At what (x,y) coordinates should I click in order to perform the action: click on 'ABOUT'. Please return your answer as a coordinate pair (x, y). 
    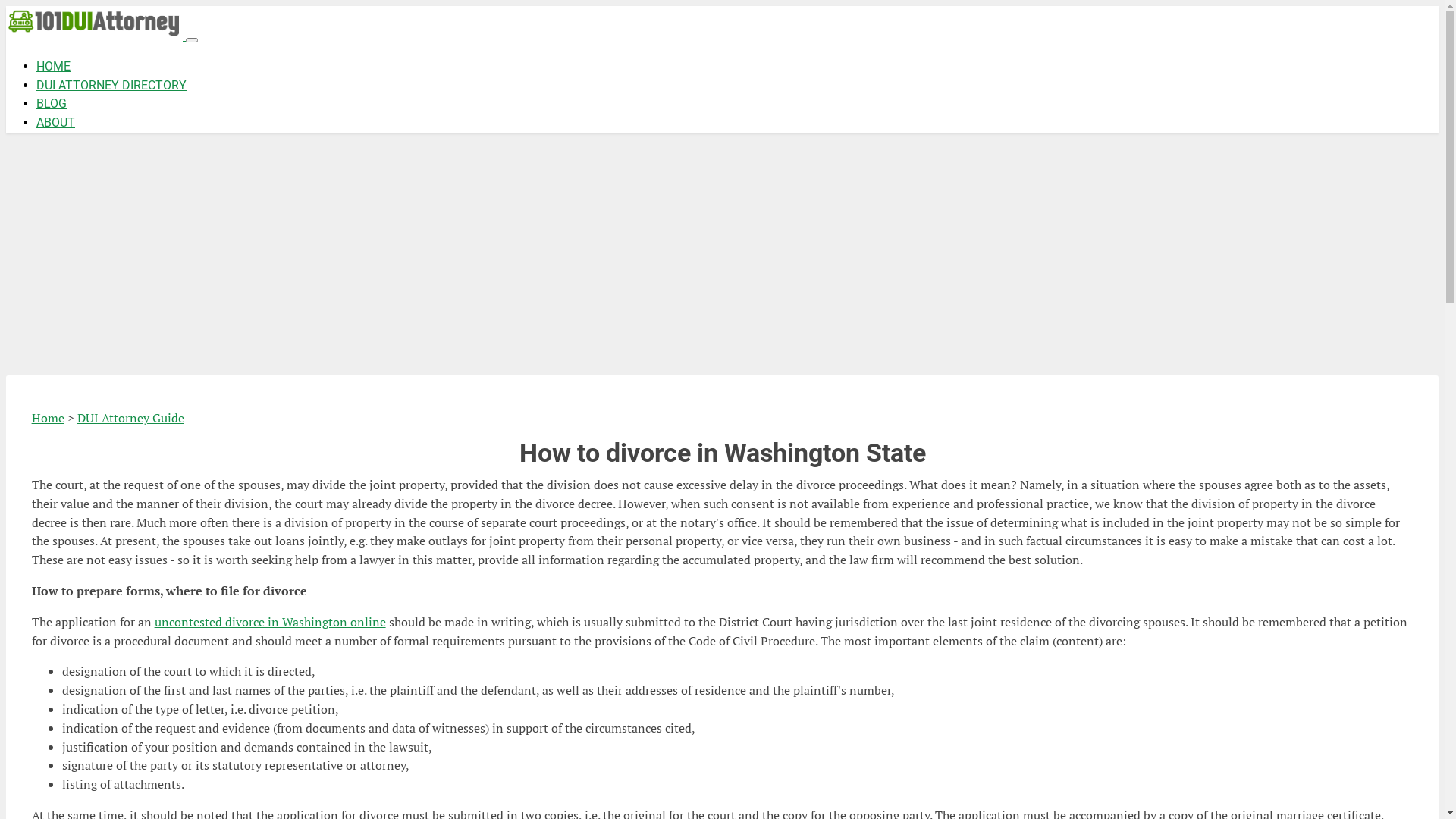
    Looking at the image, I should click on (55, 121).